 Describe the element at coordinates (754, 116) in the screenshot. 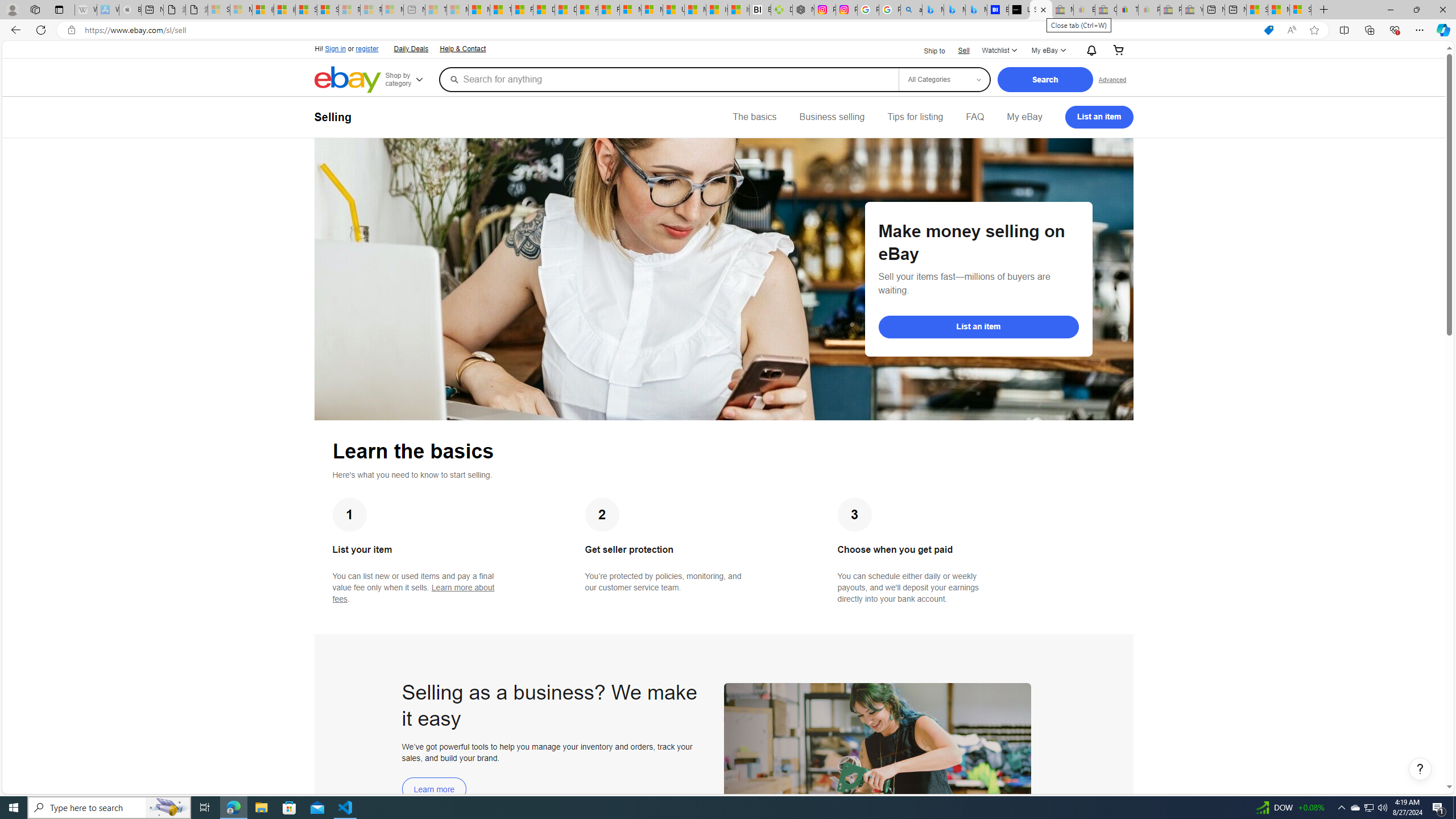

I see `'The basics'` at that location.